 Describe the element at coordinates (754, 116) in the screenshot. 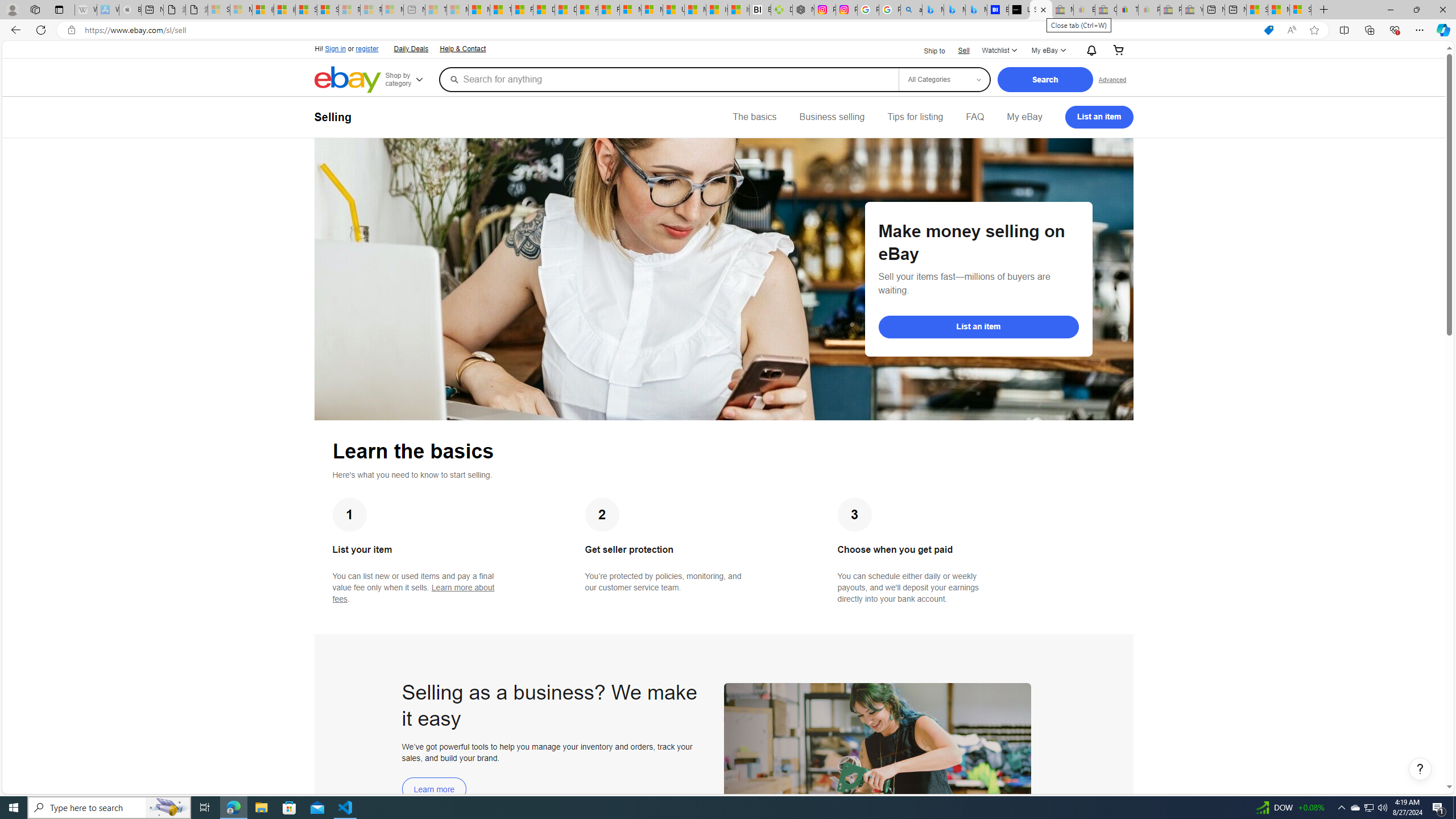

I see `'The basics'` at that location.